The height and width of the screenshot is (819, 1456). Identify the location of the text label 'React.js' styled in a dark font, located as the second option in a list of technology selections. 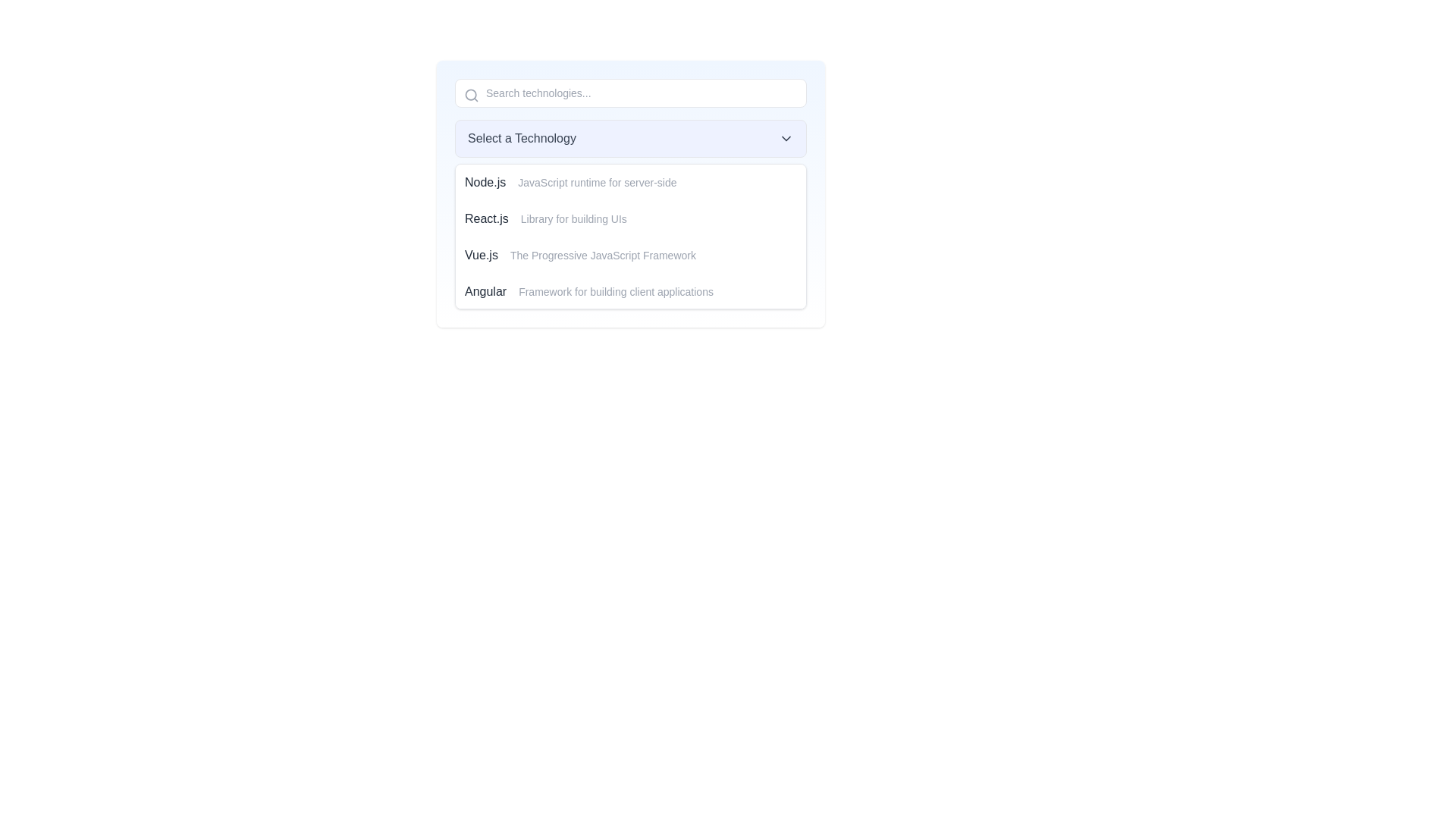
(486, 219).